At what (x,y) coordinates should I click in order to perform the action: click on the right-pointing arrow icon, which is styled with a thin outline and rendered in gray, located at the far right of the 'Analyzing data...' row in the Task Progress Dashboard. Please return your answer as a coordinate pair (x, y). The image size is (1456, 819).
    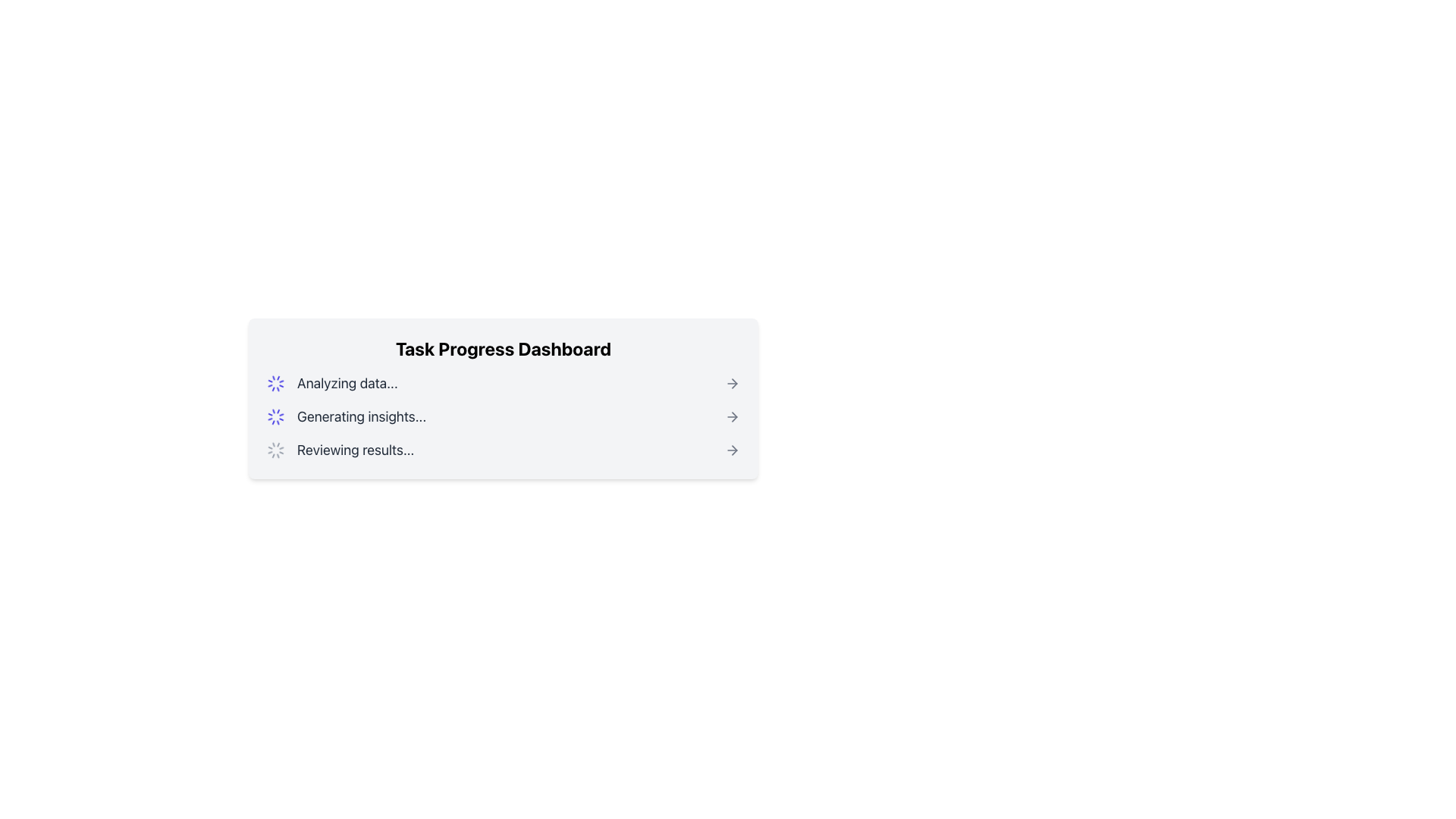
    Looking at the image, I should click on (732, 382).